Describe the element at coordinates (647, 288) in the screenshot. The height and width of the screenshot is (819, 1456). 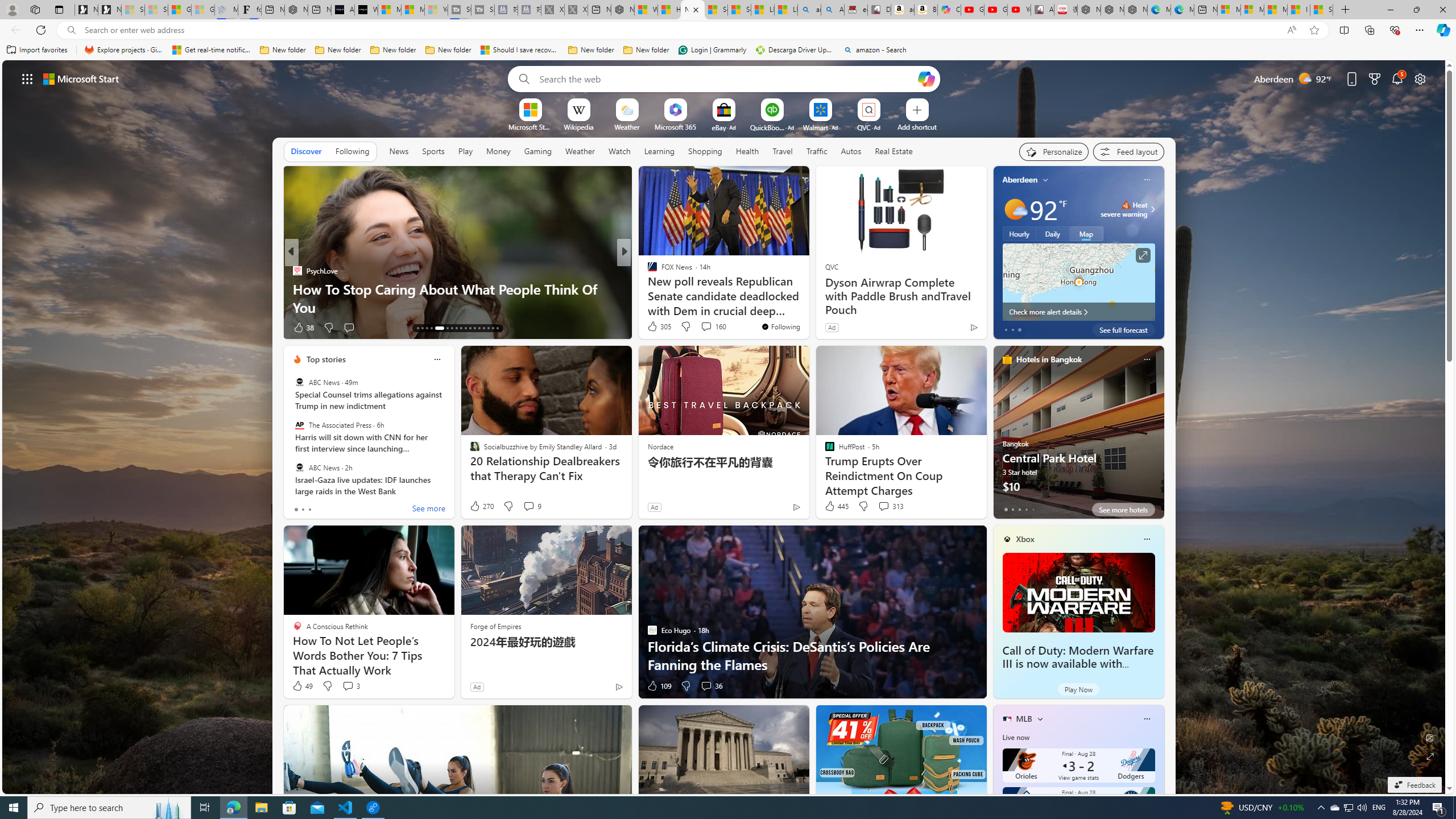
I see `'Tom'` at that location.